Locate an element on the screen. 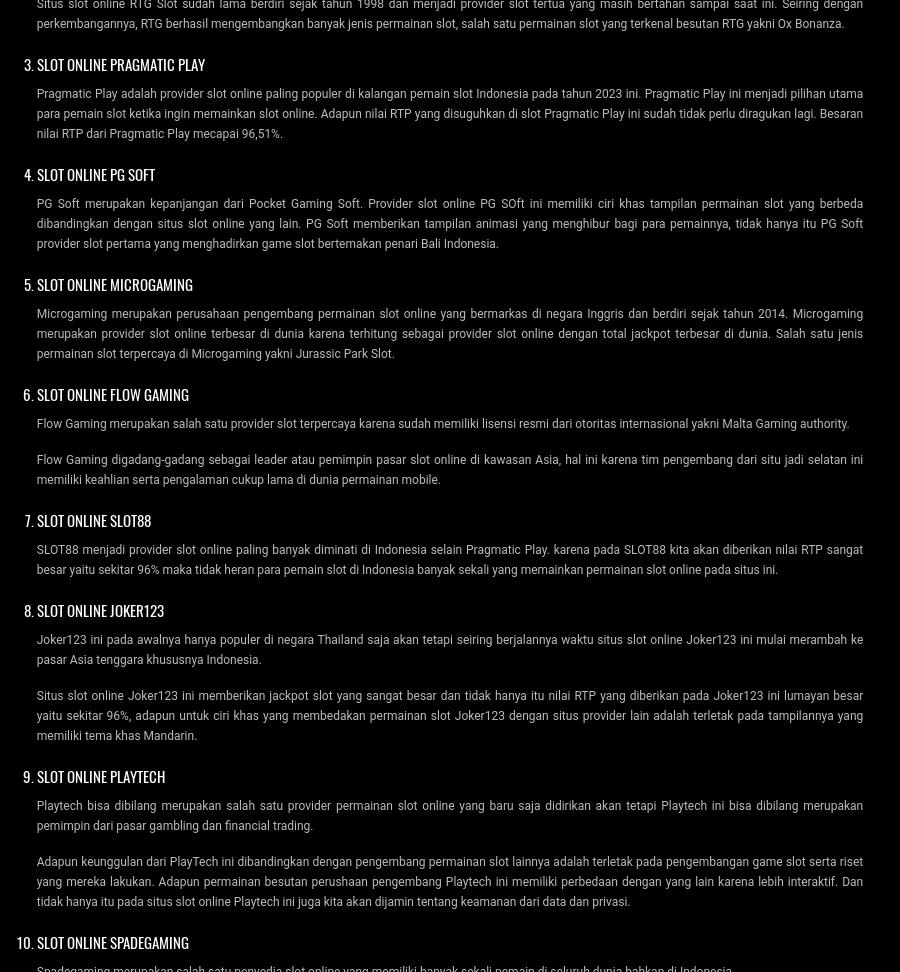 The width and height of the screenshot is (900, 972). 'Slot Online Pragmatic Play' is located at coordinates (119, 61).